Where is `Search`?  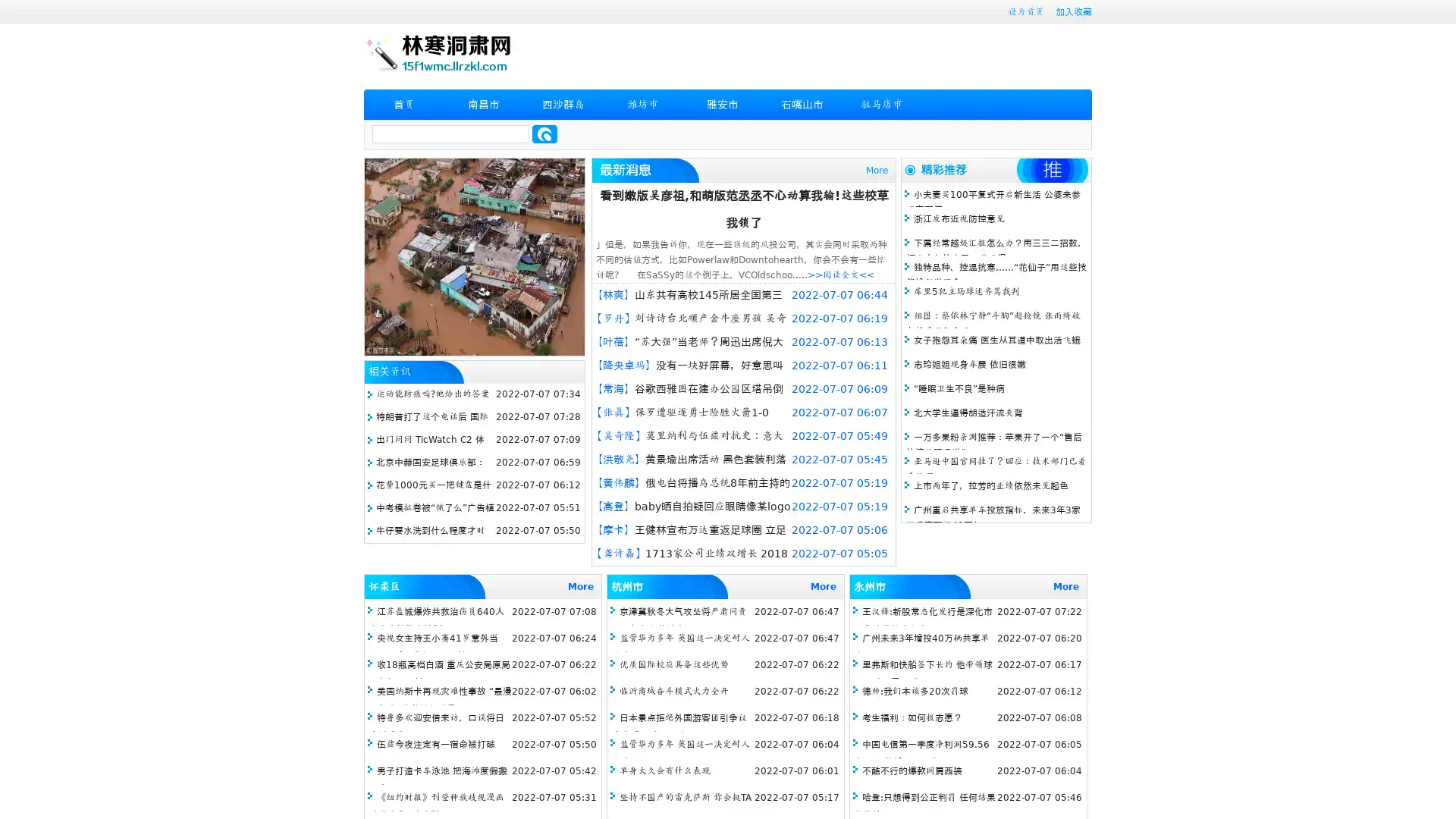 Search is located at coordinates (544, 133).